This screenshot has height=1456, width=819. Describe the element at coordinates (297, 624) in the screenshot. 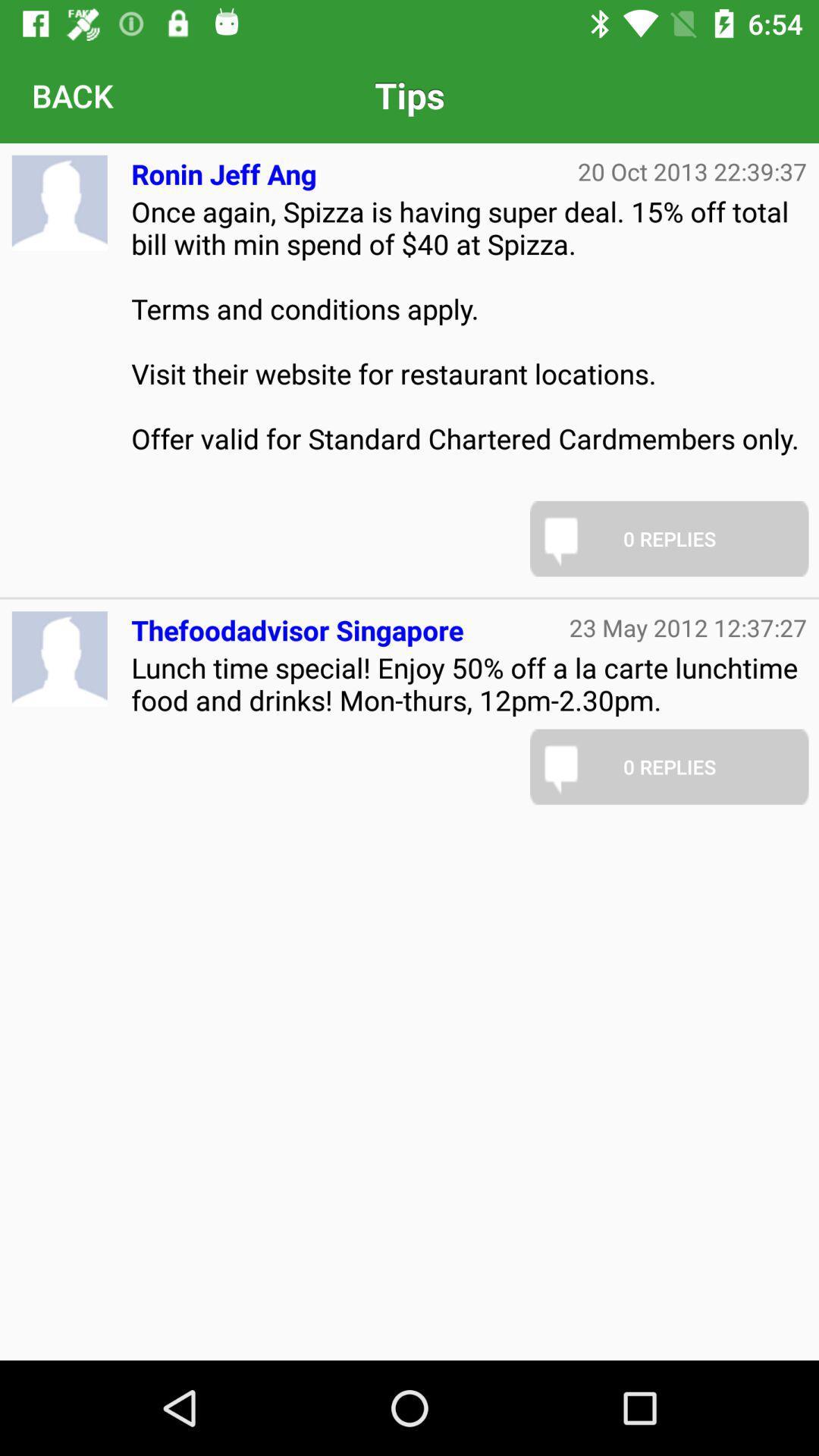

I see `the icon next to the 23 may 2012` at that location.